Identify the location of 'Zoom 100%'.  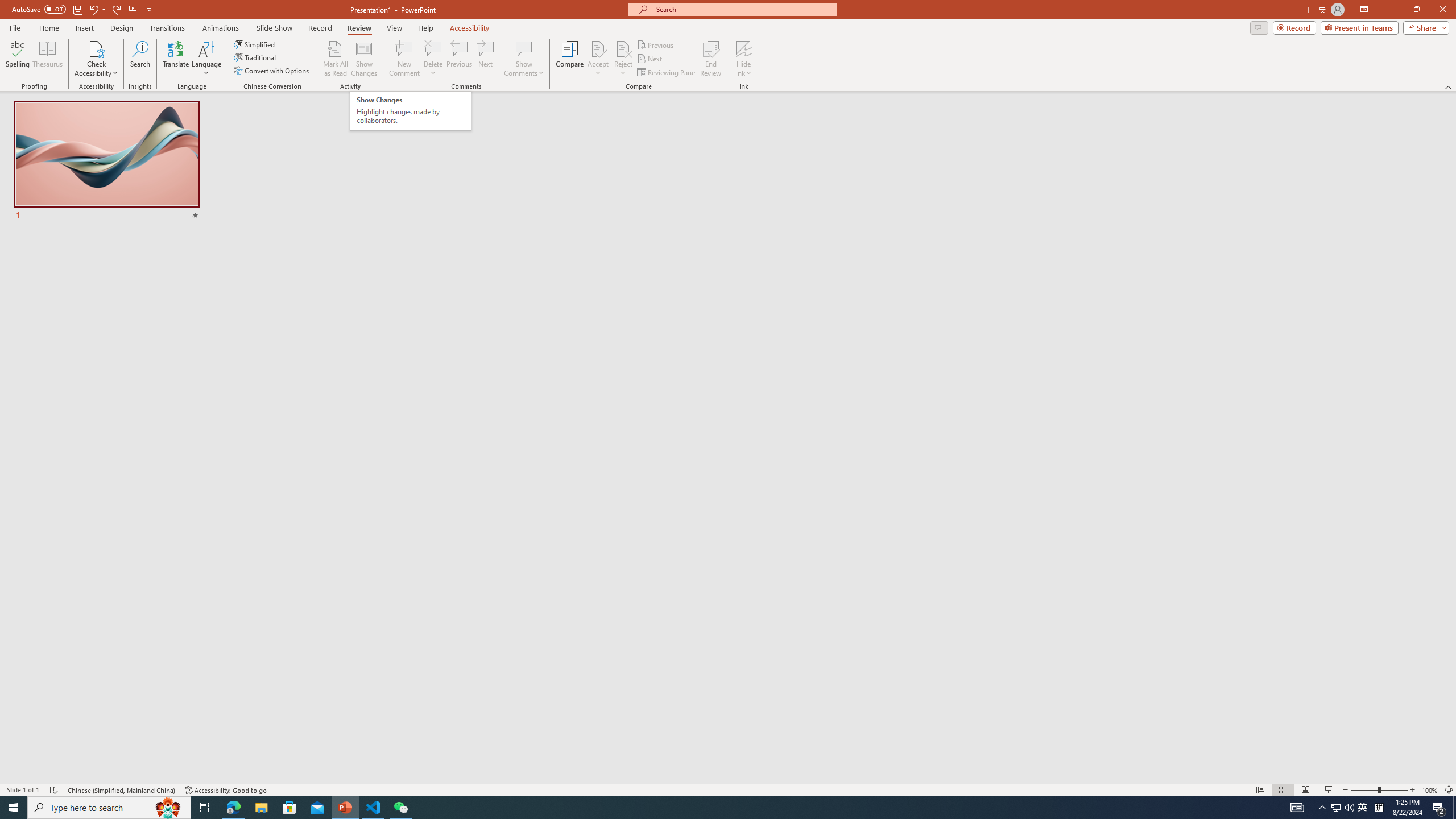
(1430, 790).